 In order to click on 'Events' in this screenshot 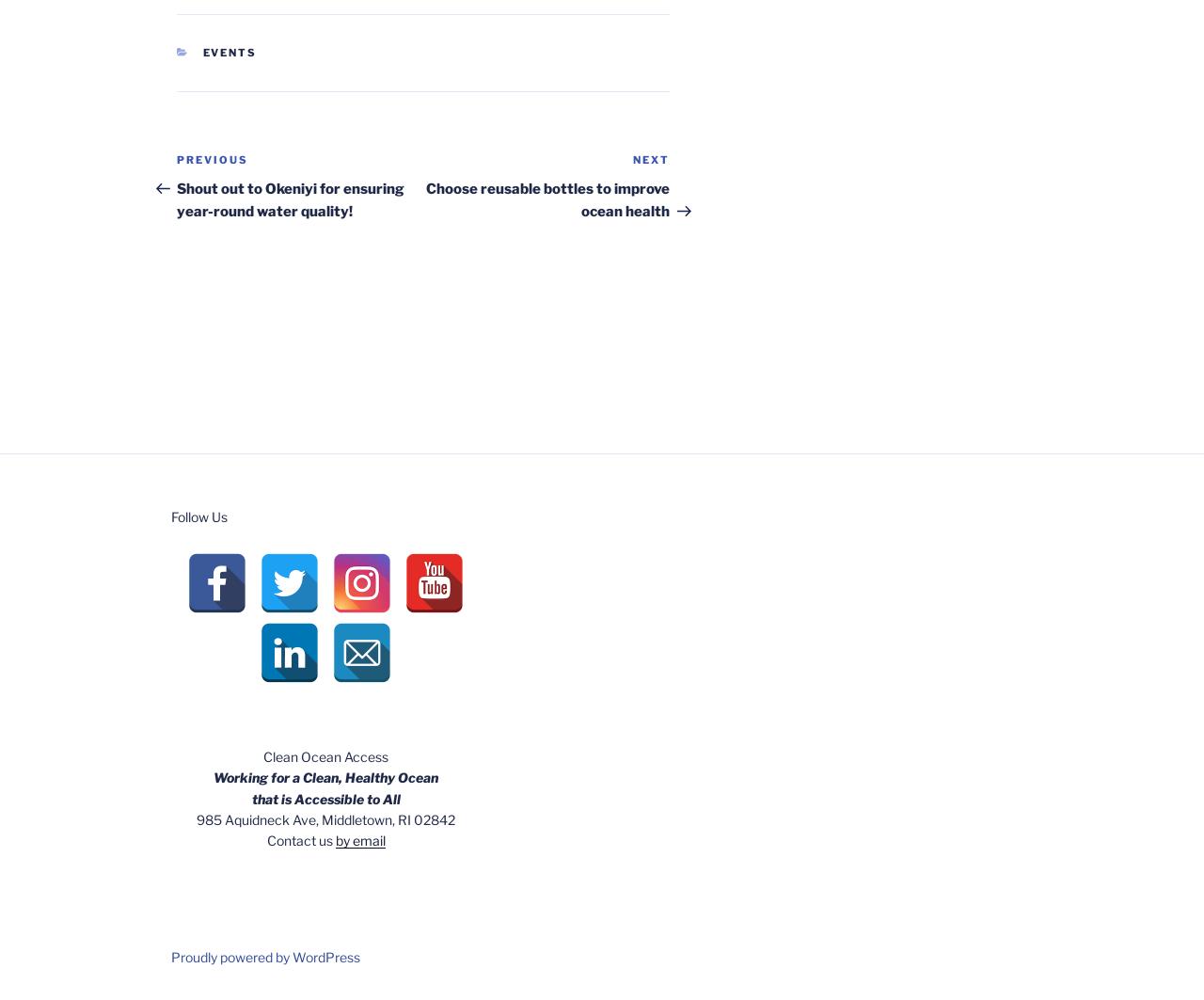, I will do `click(228, 53)`.